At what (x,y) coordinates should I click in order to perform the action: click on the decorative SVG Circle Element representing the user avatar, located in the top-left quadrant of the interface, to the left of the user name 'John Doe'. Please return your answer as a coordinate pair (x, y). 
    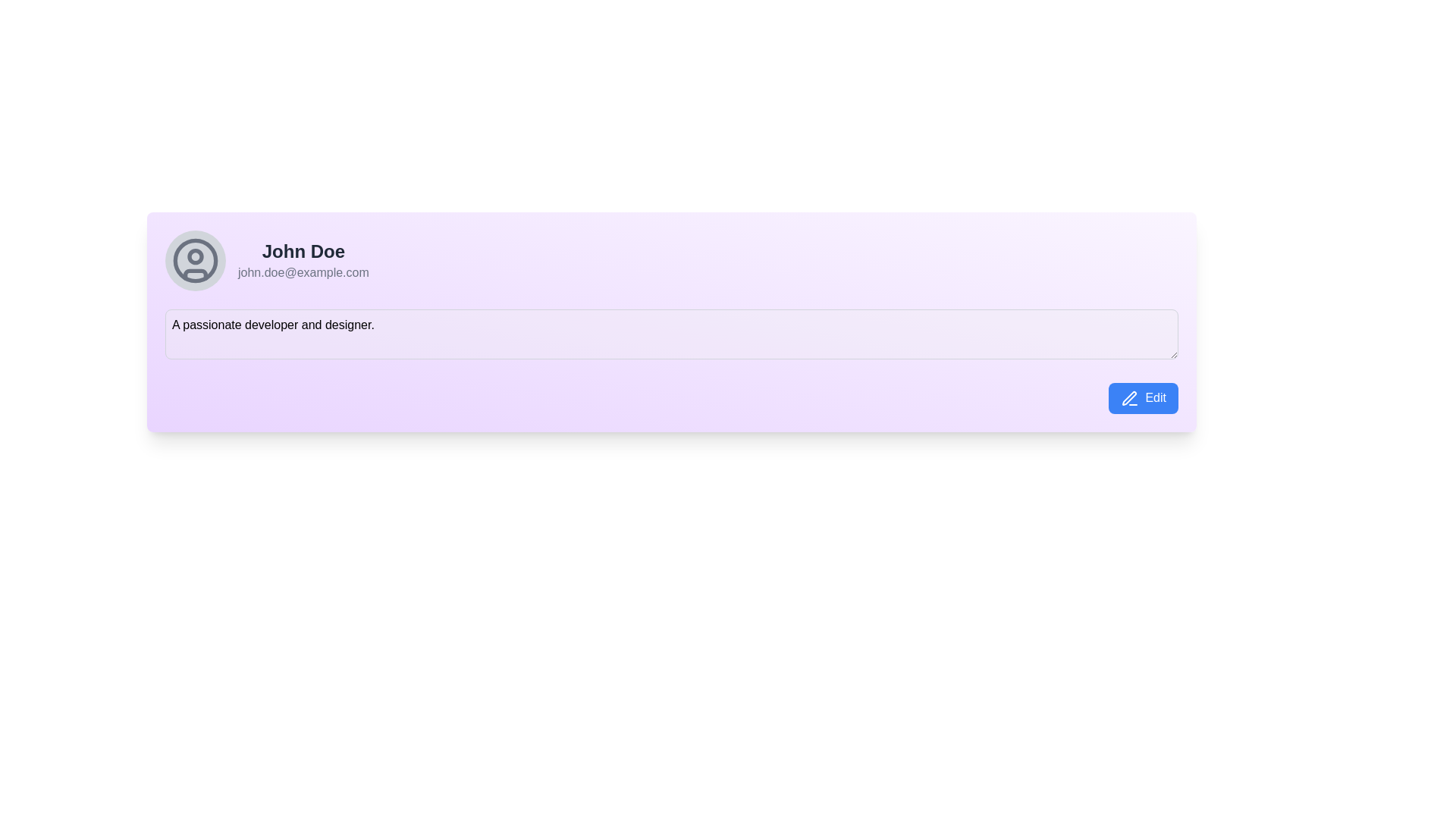
    Looking at the image, I should click on (195, 259).